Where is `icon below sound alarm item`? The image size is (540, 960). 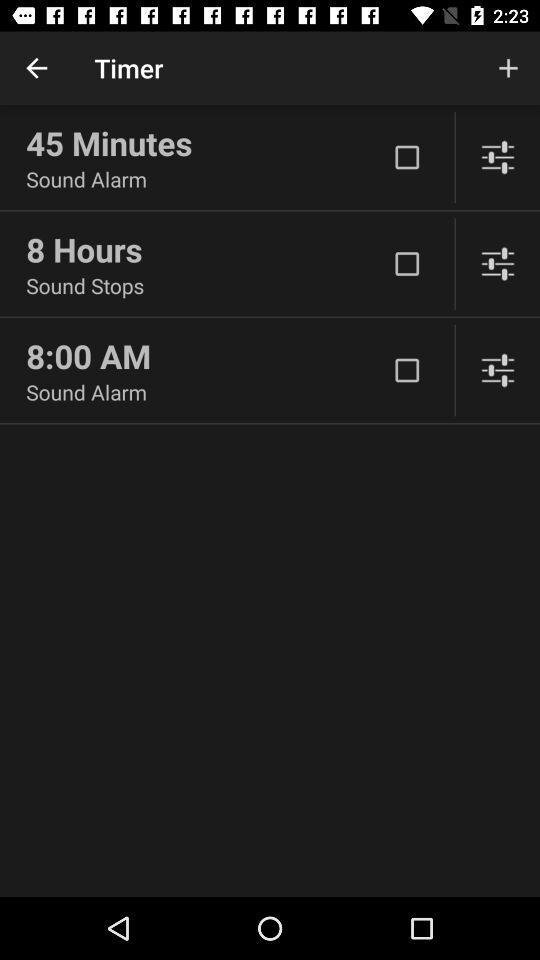 icon below sound alarm item is located at coordinates (205, 248).